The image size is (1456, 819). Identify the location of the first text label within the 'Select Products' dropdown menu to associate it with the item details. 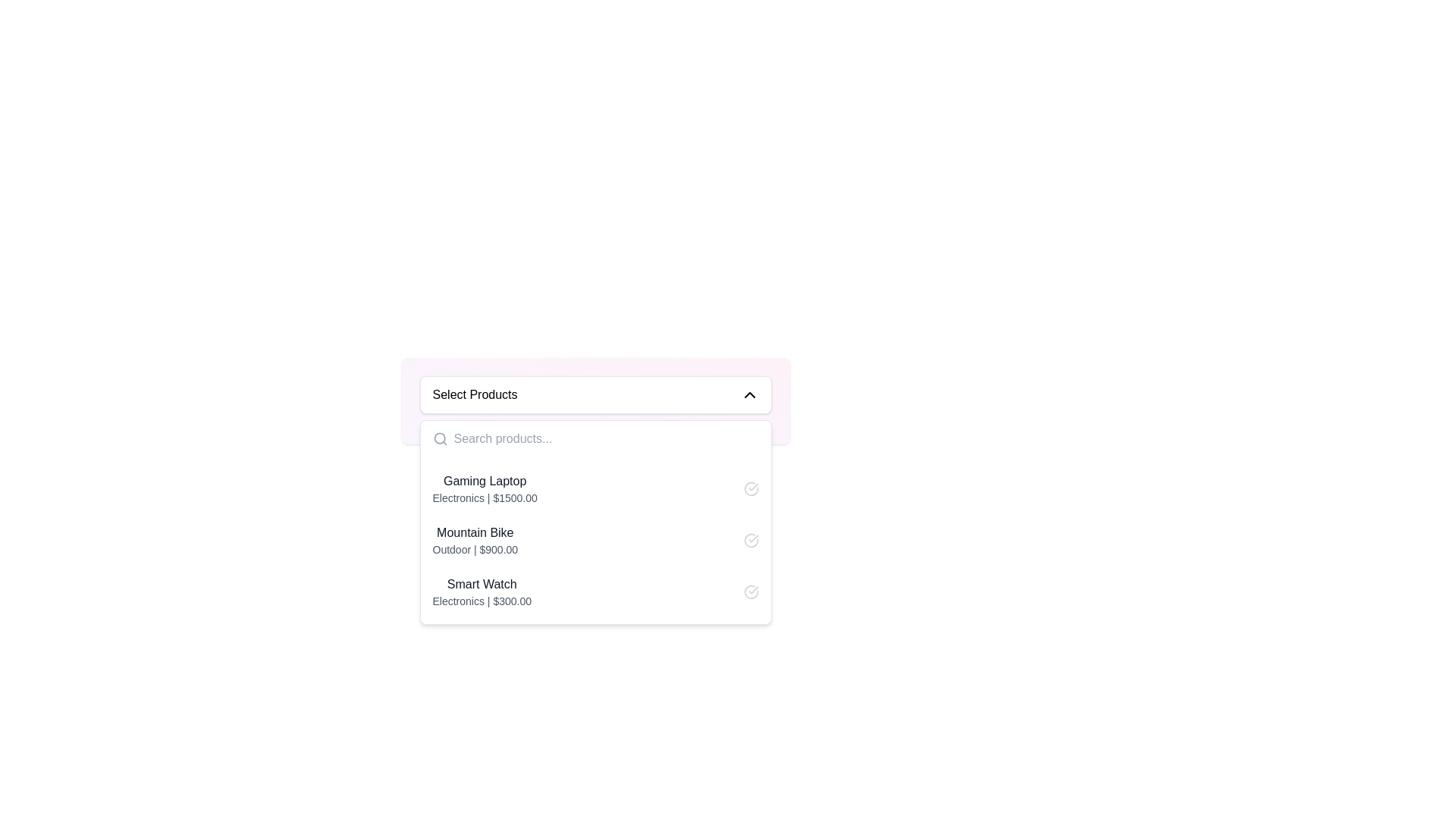
(484, 482).